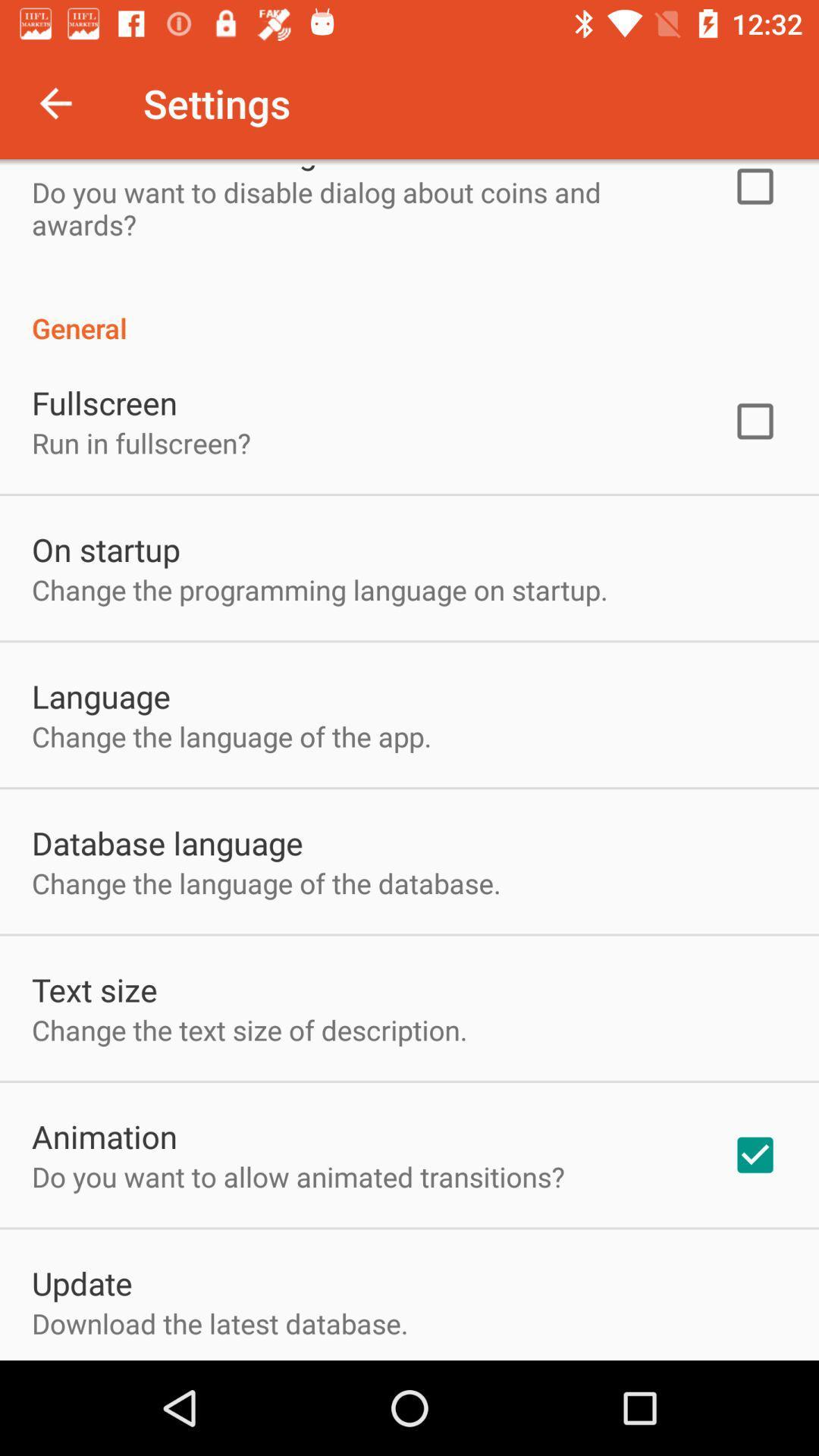  What do you see at coordinates (141, 442) in the screenshot?
I see `run in fullscreen? icon` at bounding box center [141, 442].